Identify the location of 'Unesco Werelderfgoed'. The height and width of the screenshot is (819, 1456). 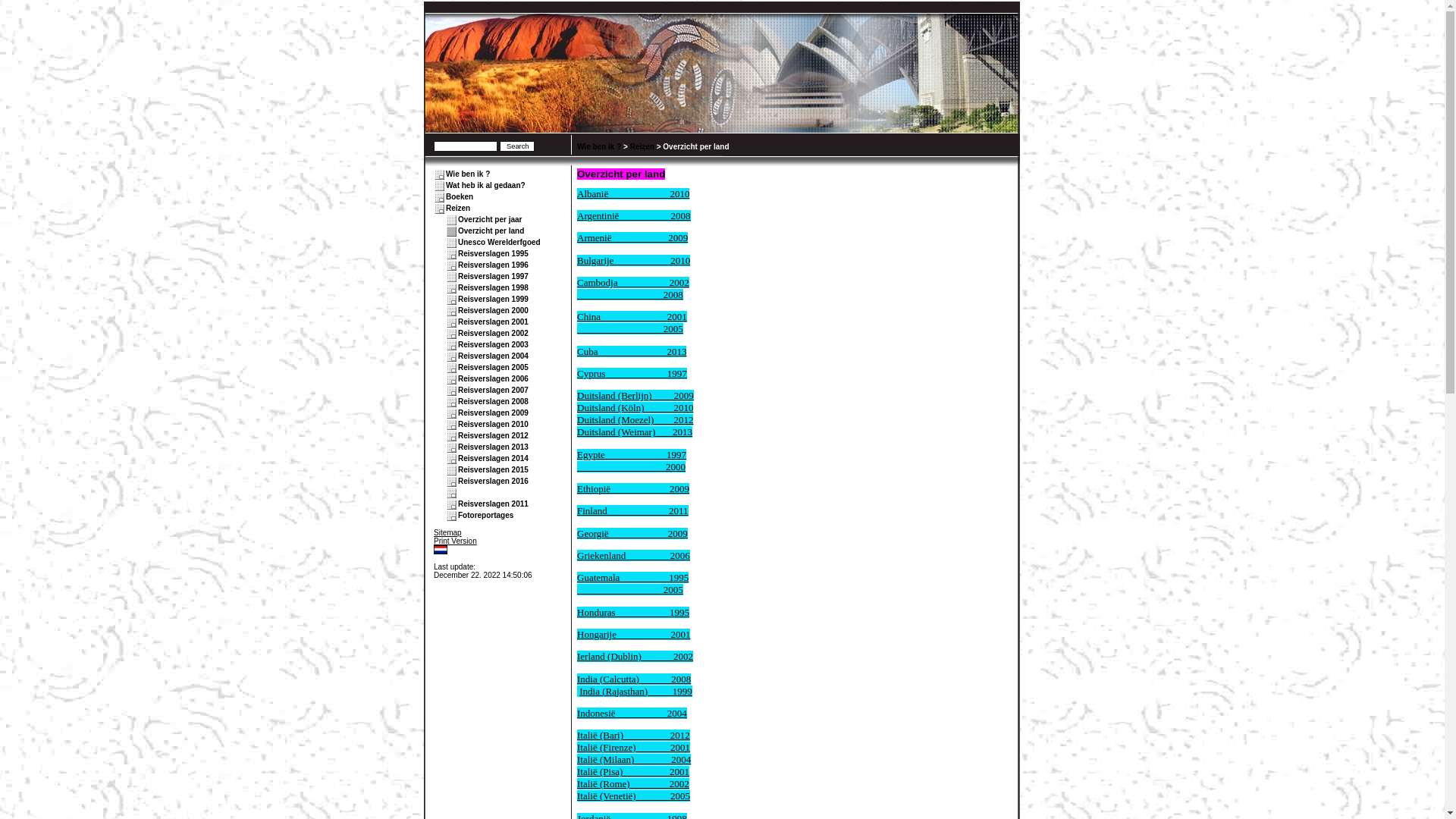
(499, 241).